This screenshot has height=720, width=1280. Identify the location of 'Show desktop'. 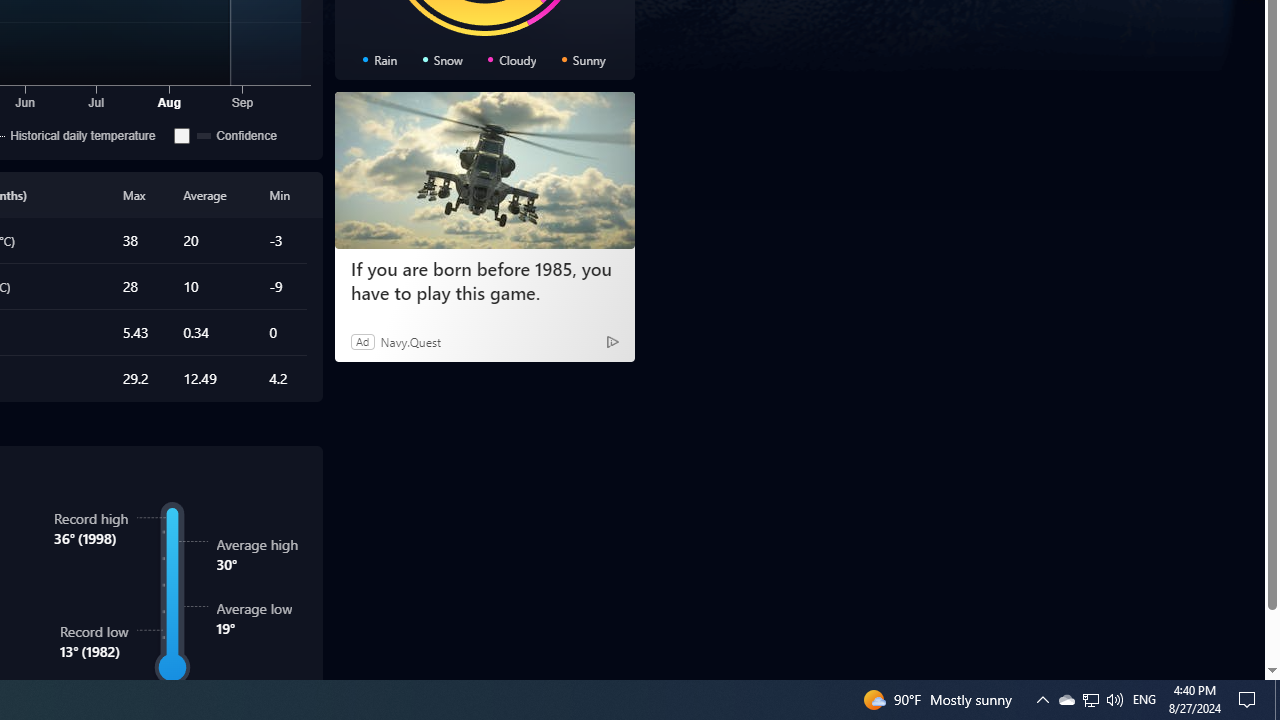
(1250, 698).